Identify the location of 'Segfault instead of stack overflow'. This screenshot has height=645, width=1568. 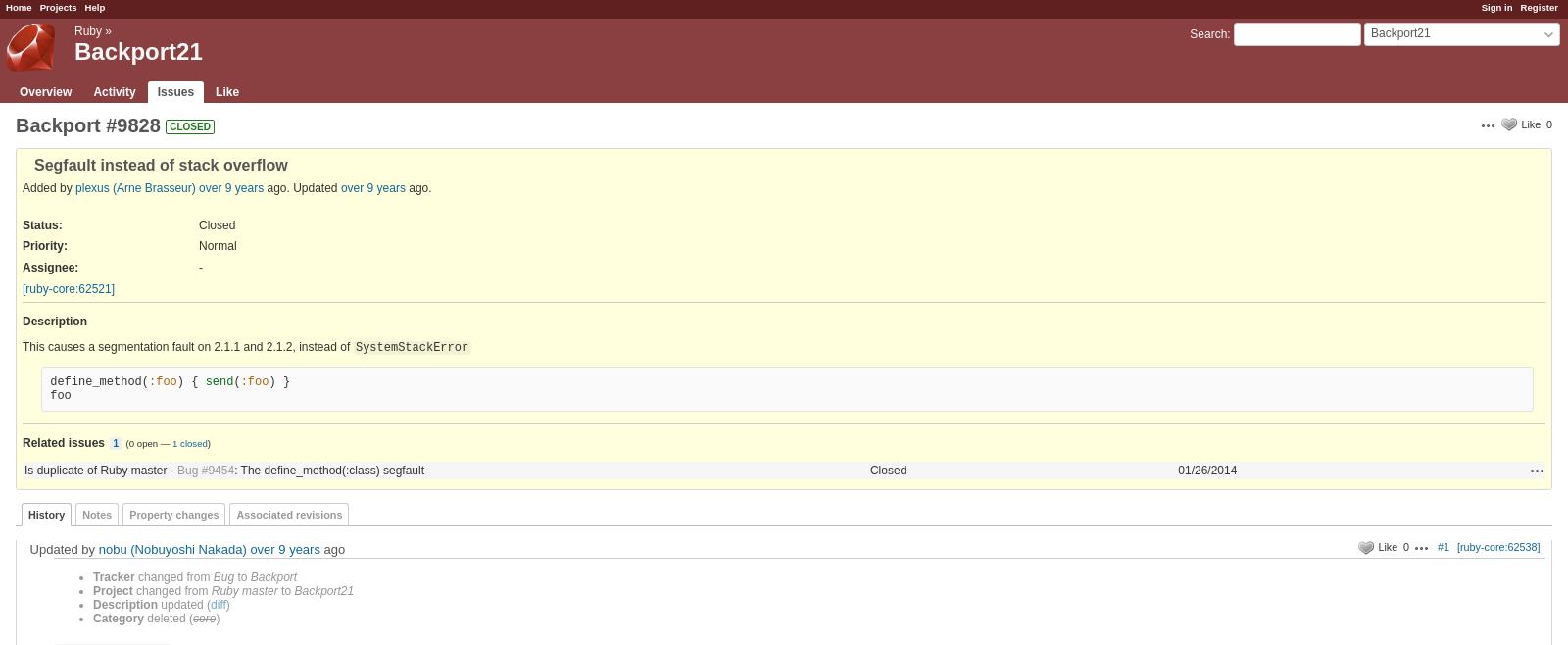
(160, 163).